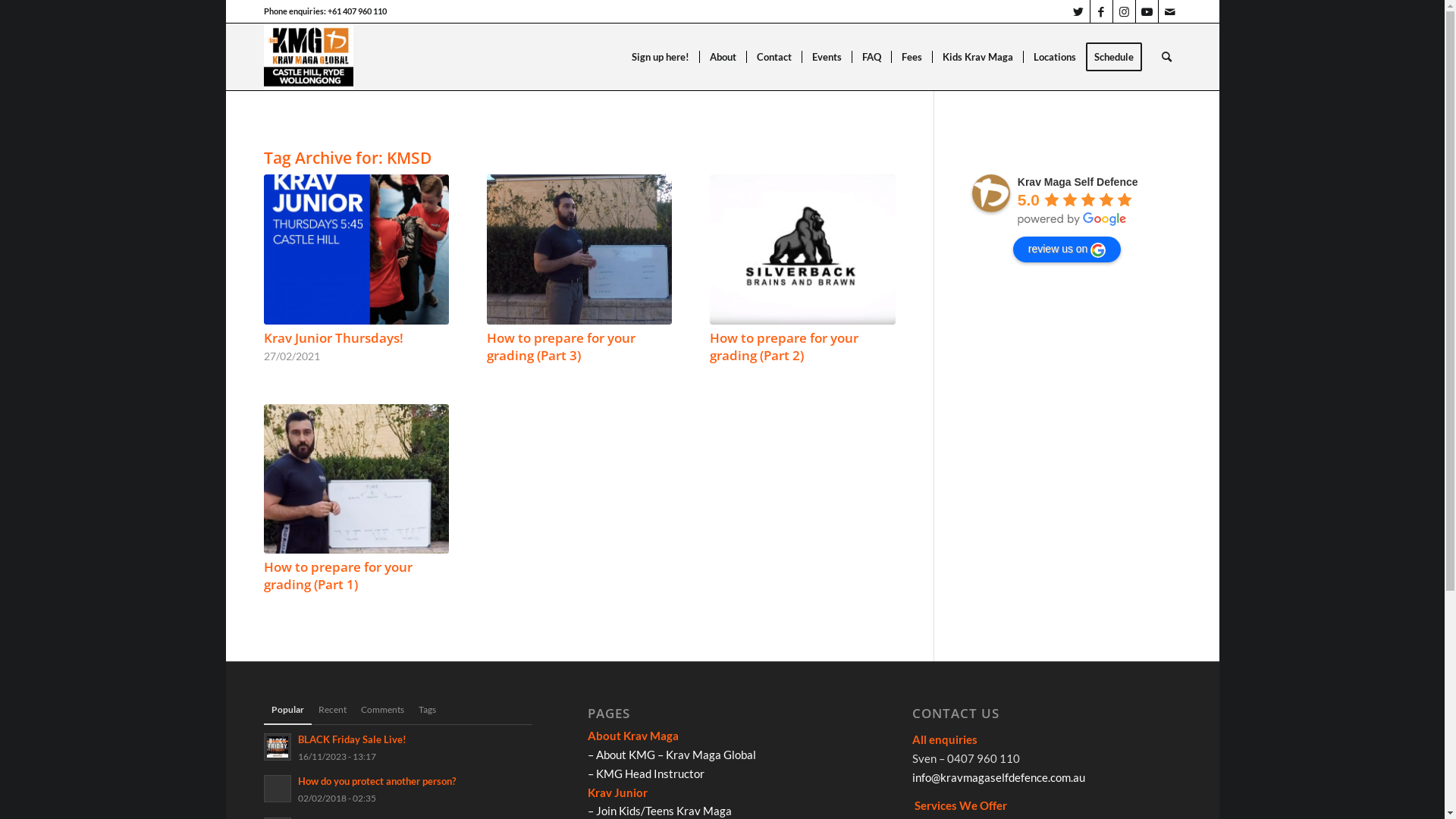 The image size is (1456, 819). Describe the element at coordinates (1119, 55) in the screenshot. I see `'Schedule'` at that location.